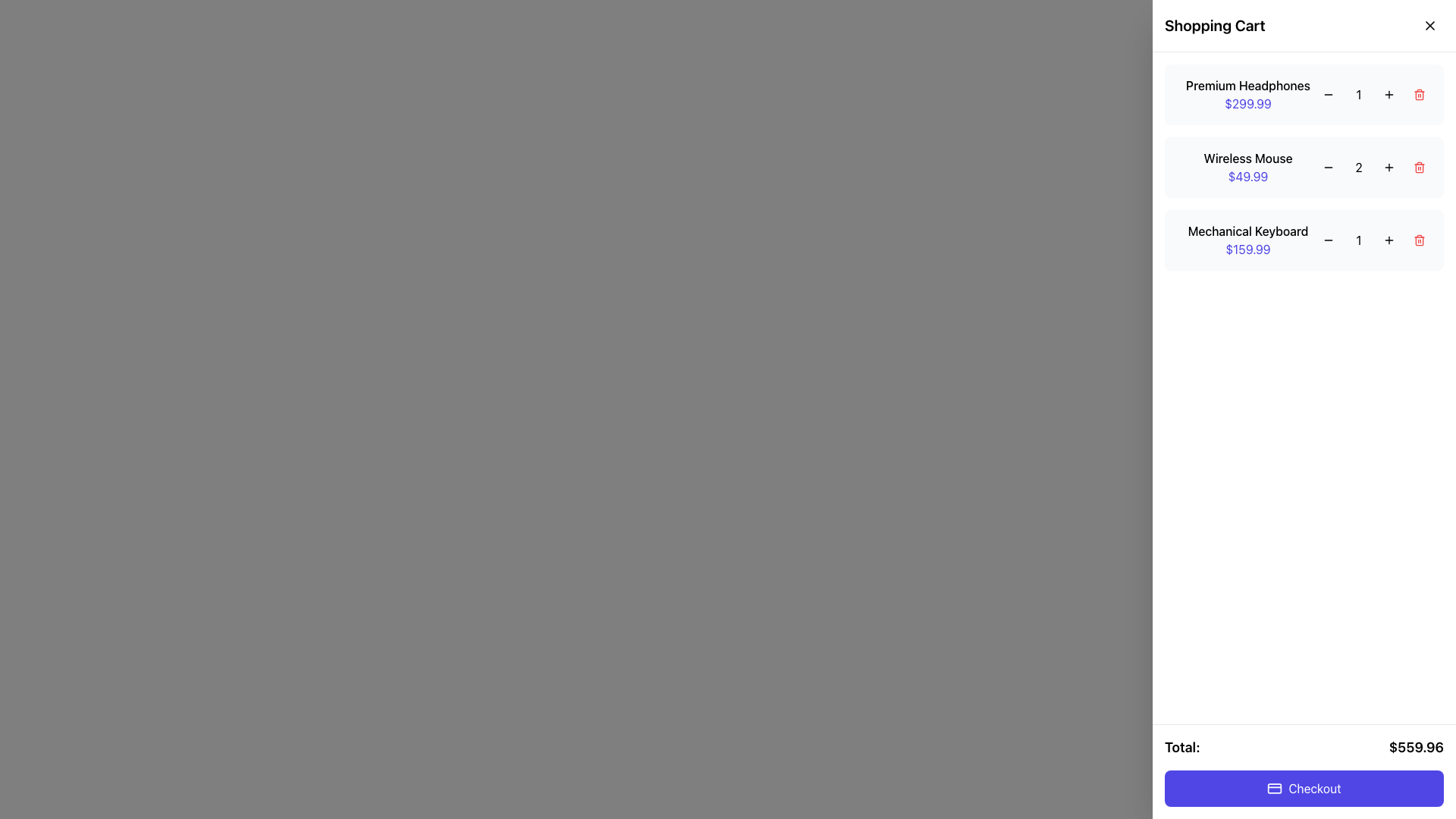 The image size is (1456, 819). What do you see at coordinates (1274, 788) in the screenshot?
I see `the 'Checkout' button which contains the payment icon, located centrally within the button and positioned at the bottom section of the shopping cart interface` at bounding box center [1274, 788].